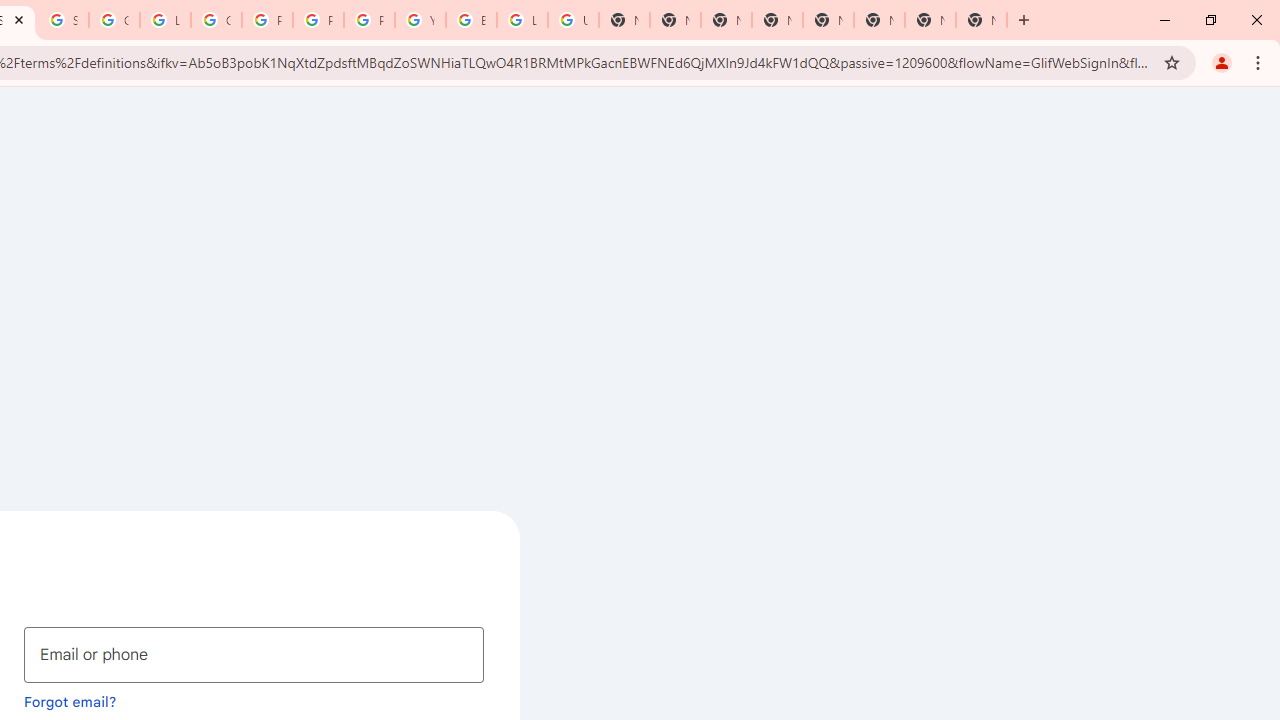 The image size is (1280, 720). Describe the element at coordinates (317, 20) in the screenshot. I see `'Privacy Help Center - Policies Help'` at that location.